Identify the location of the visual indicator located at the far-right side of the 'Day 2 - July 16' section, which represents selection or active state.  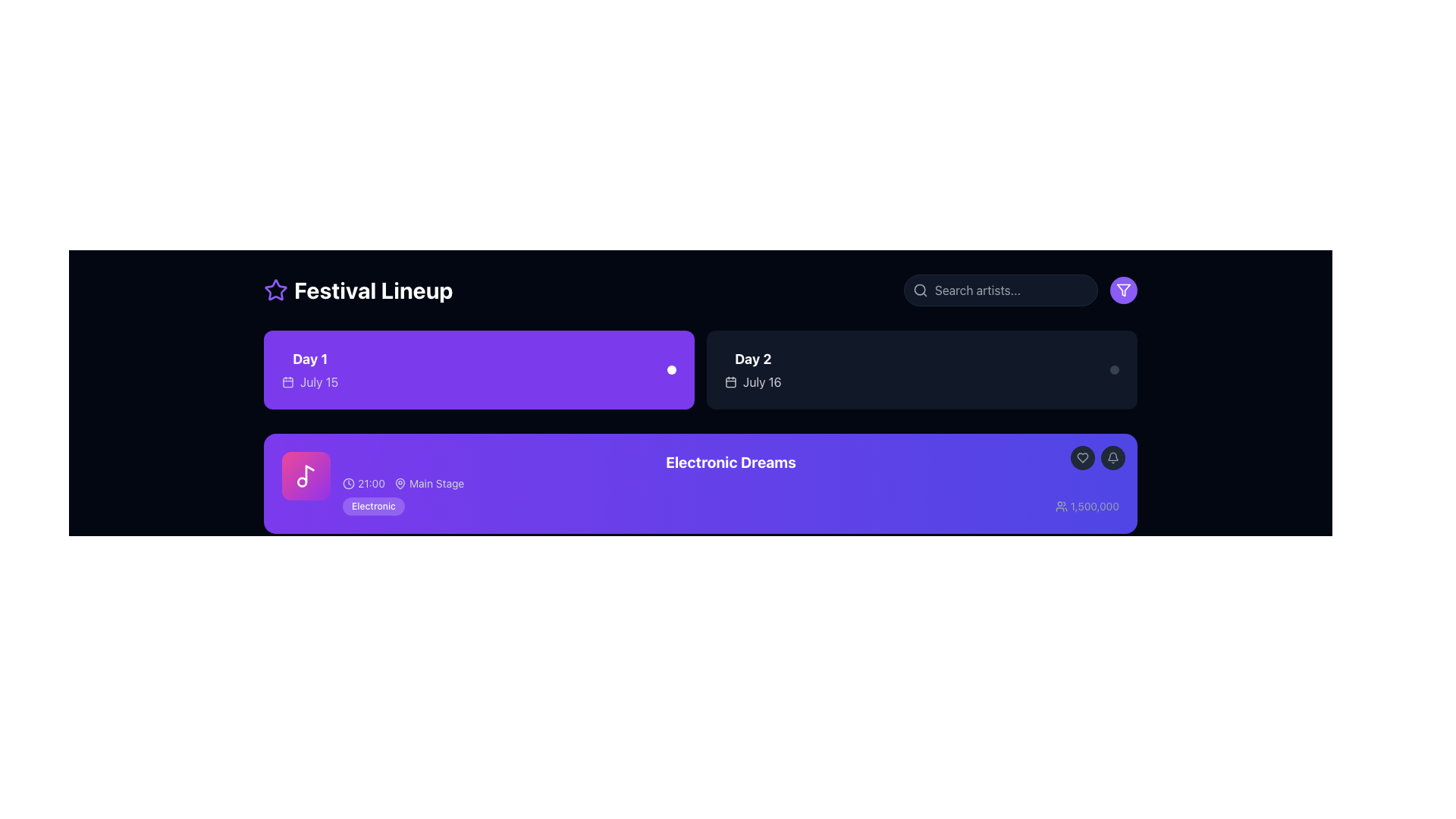
(1114, 370).